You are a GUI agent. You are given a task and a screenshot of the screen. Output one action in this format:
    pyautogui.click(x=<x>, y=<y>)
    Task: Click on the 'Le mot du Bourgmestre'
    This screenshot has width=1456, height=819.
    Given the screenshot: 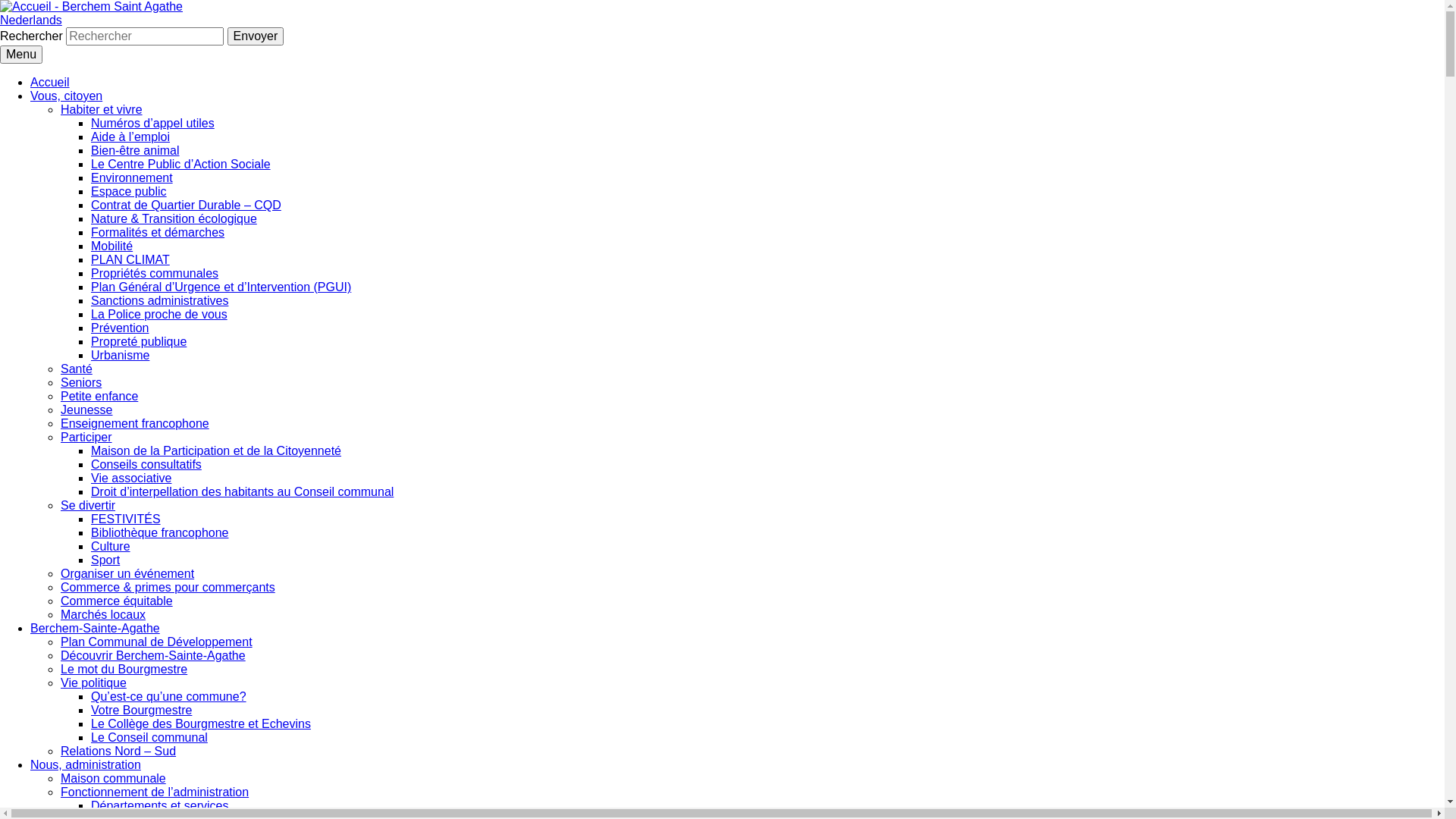 What is the action you would take?
    pyautogui.click(x=124, y=668)
    